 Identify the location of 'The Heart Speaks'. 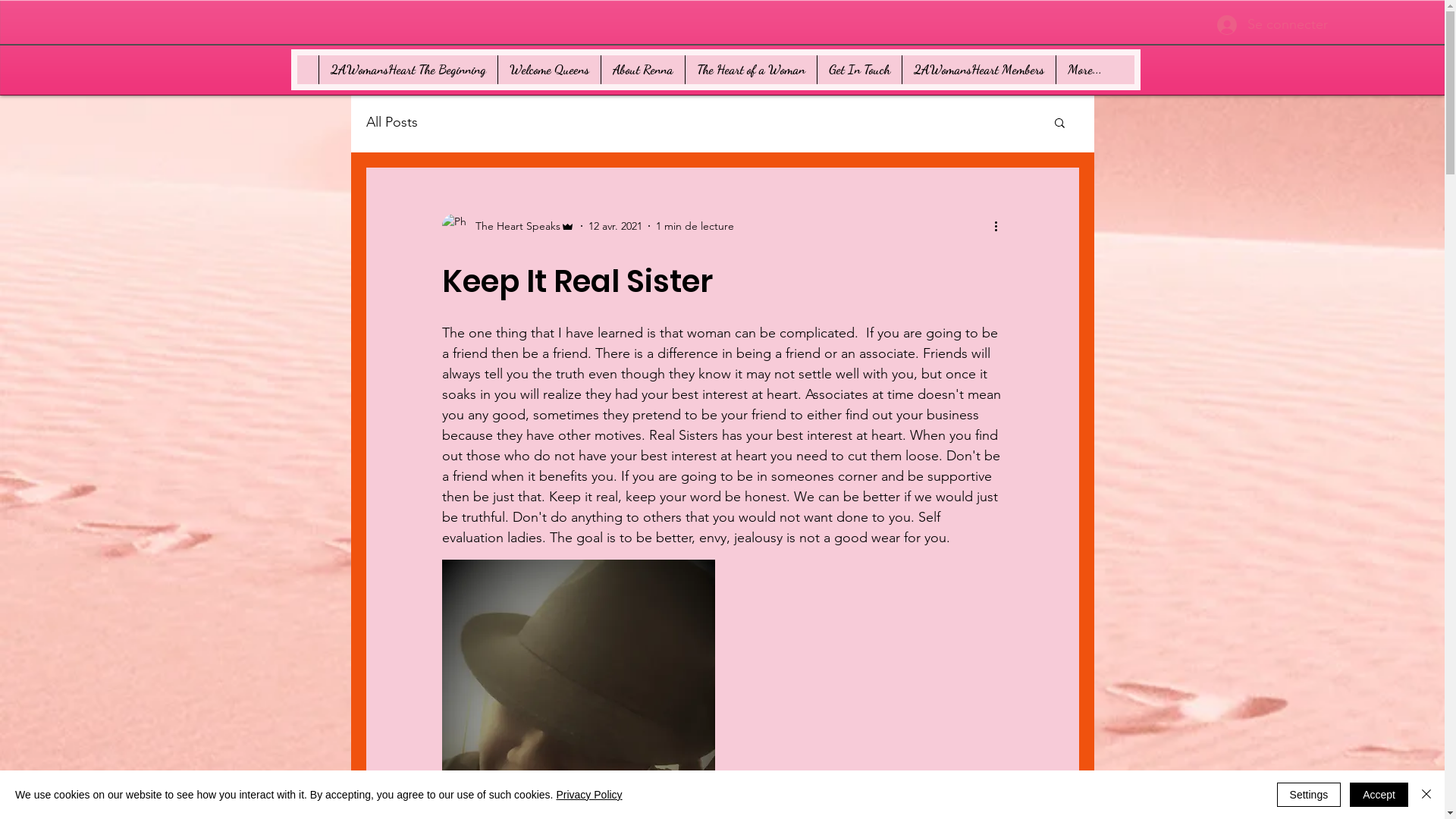
(507, 225).